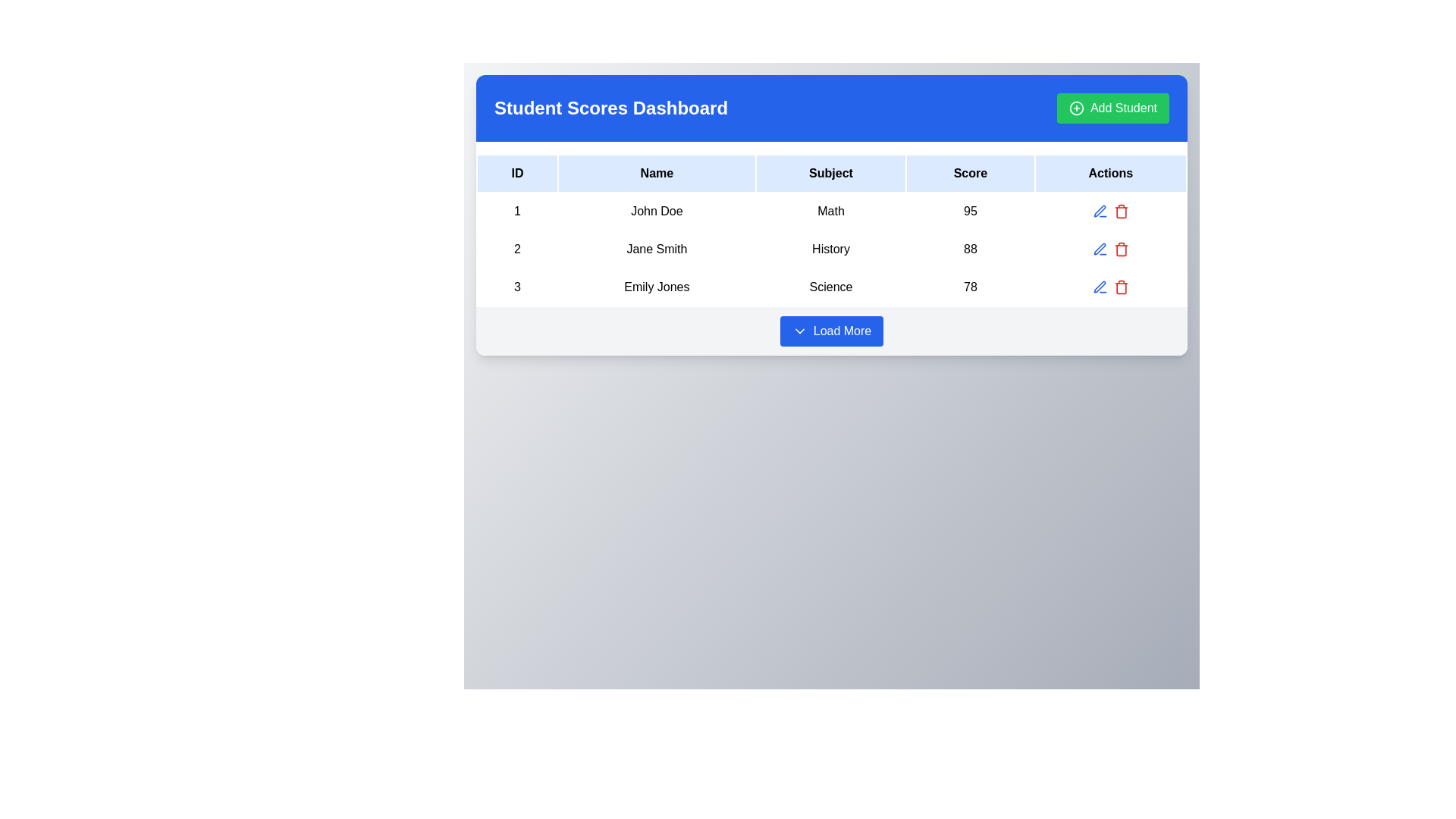 The height and width of the screenshot is (819, 1456). What do you see at coordinates (969, 211) in the screenshot?
I see `the text-based table cell displaying the score '95', which is aligned under the 'Score' column in the first row of the table, next to 'Math'` at bounding box center [969, 211].